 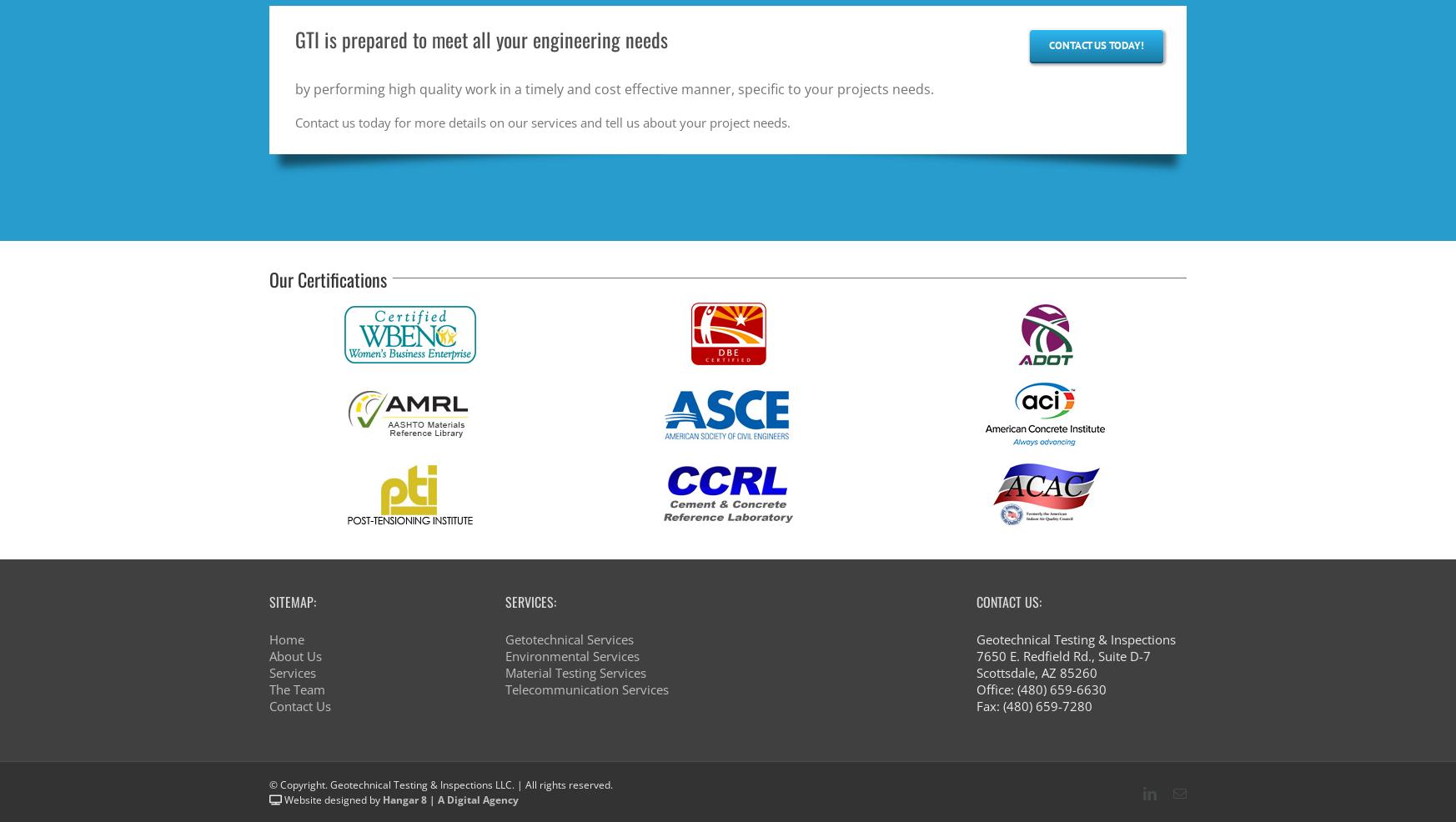 What do you see at coordinates (585, 689) in the screenshot?
I see `'Telecommunication Services'` at bounding box center [585, 689].